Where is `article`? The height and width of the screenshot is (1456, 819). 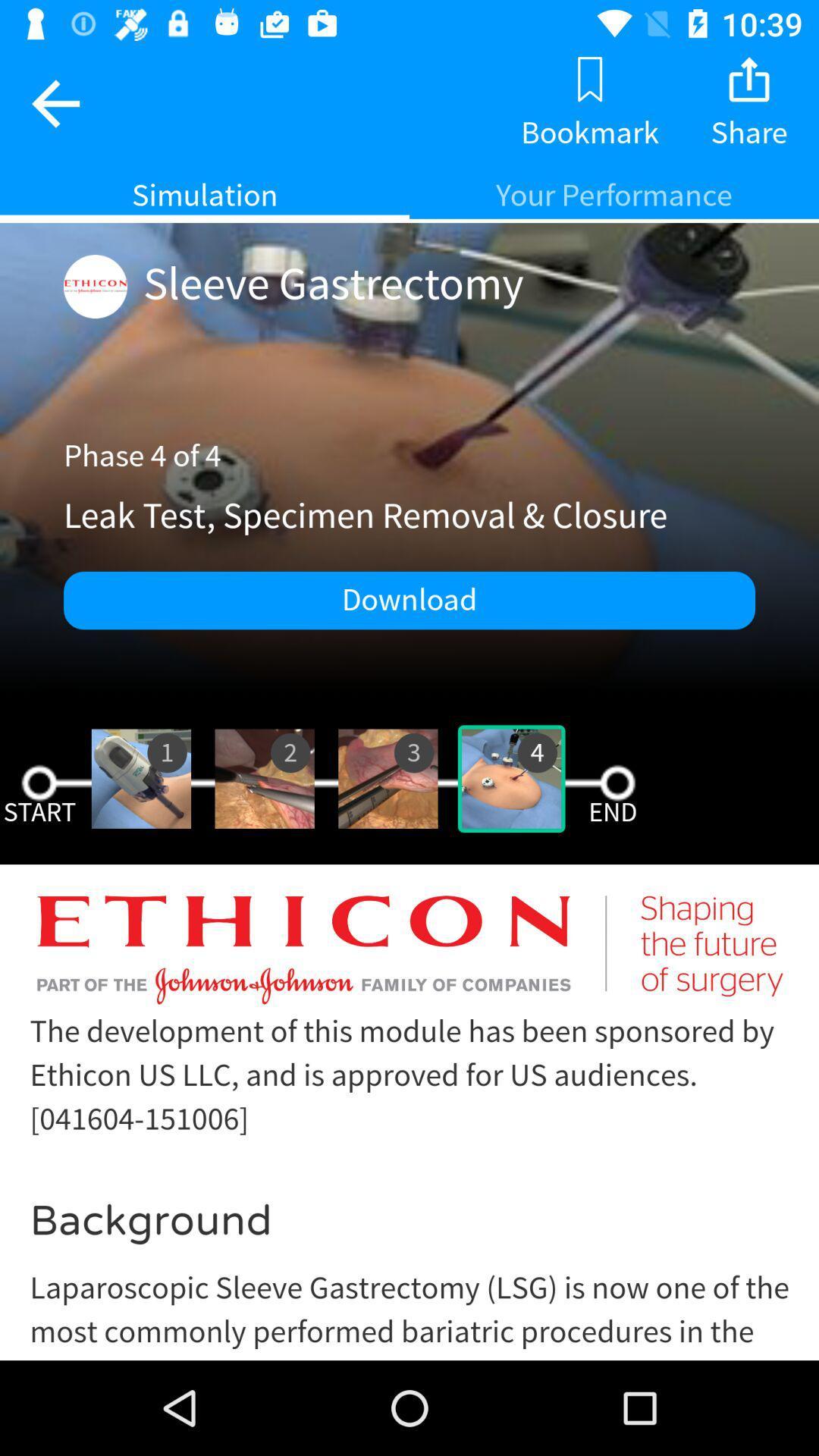 article is located at coordinates (409, 1124).